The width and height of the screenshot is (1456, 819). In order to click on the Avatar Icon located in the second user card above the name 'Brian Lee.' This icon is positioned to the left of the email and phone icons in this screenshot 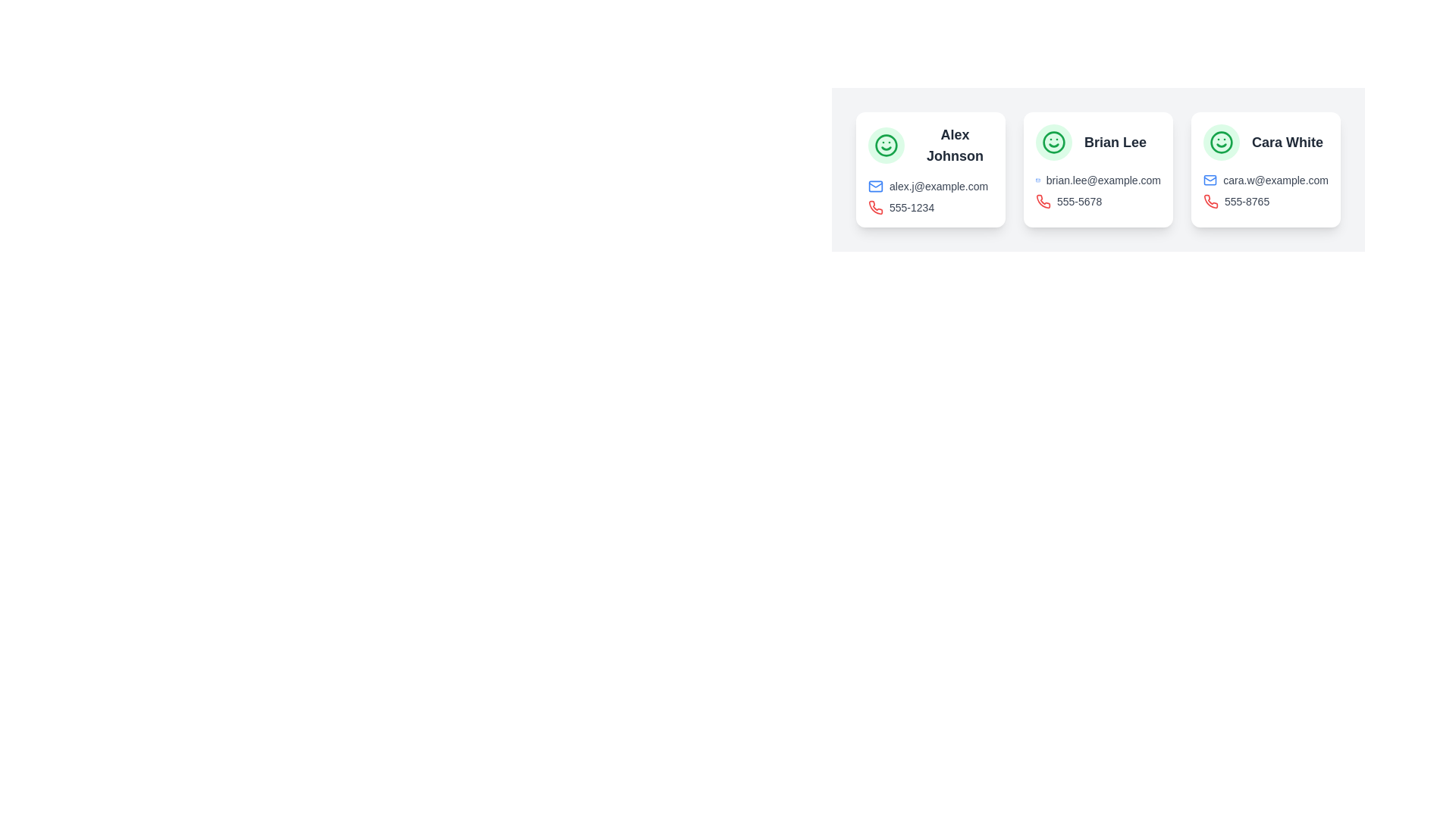, I will do `click(1053, 143)`.